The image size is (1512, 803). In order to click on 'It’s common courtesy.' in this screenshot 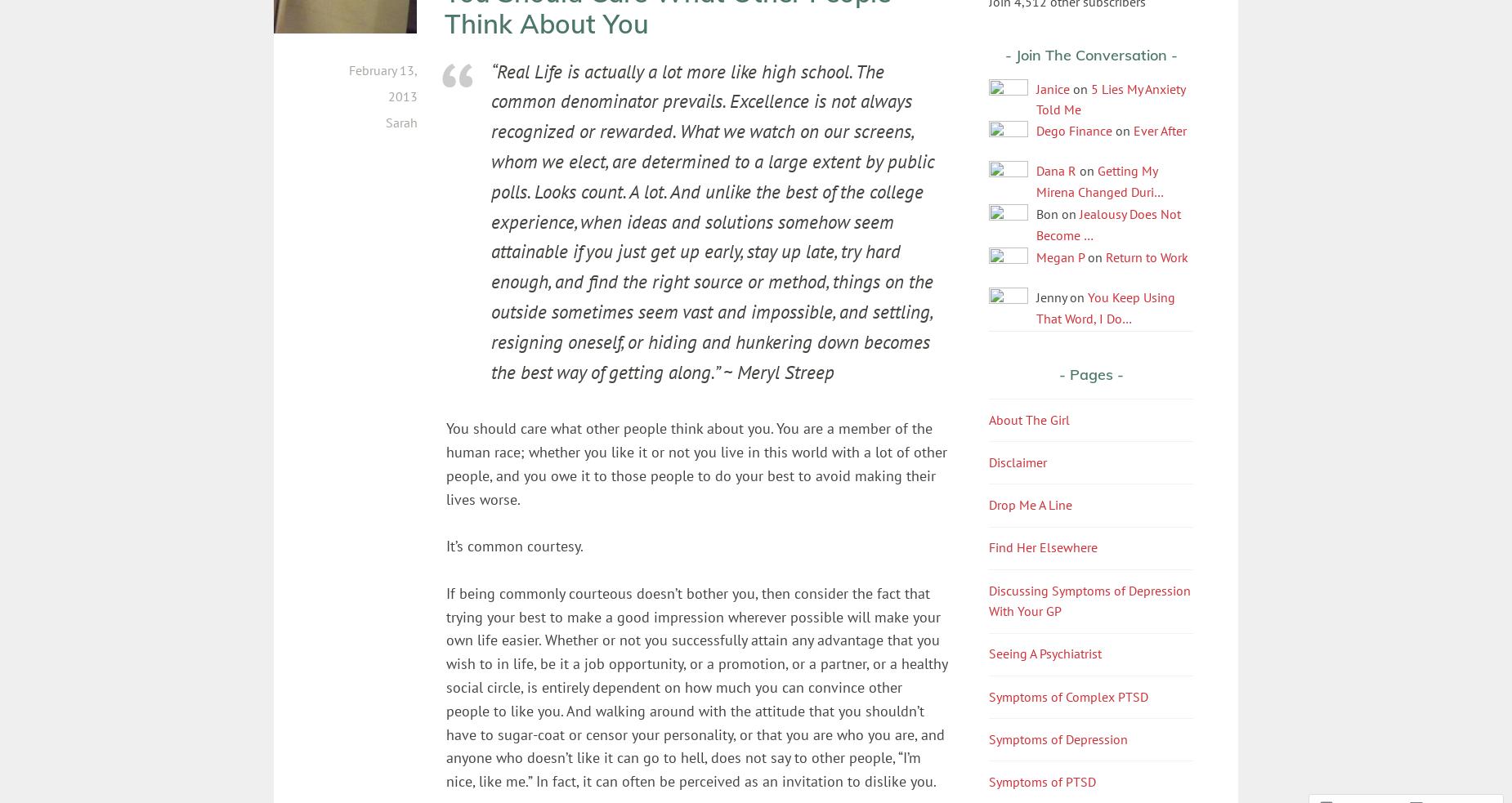, I will do `click(514, 545)`.